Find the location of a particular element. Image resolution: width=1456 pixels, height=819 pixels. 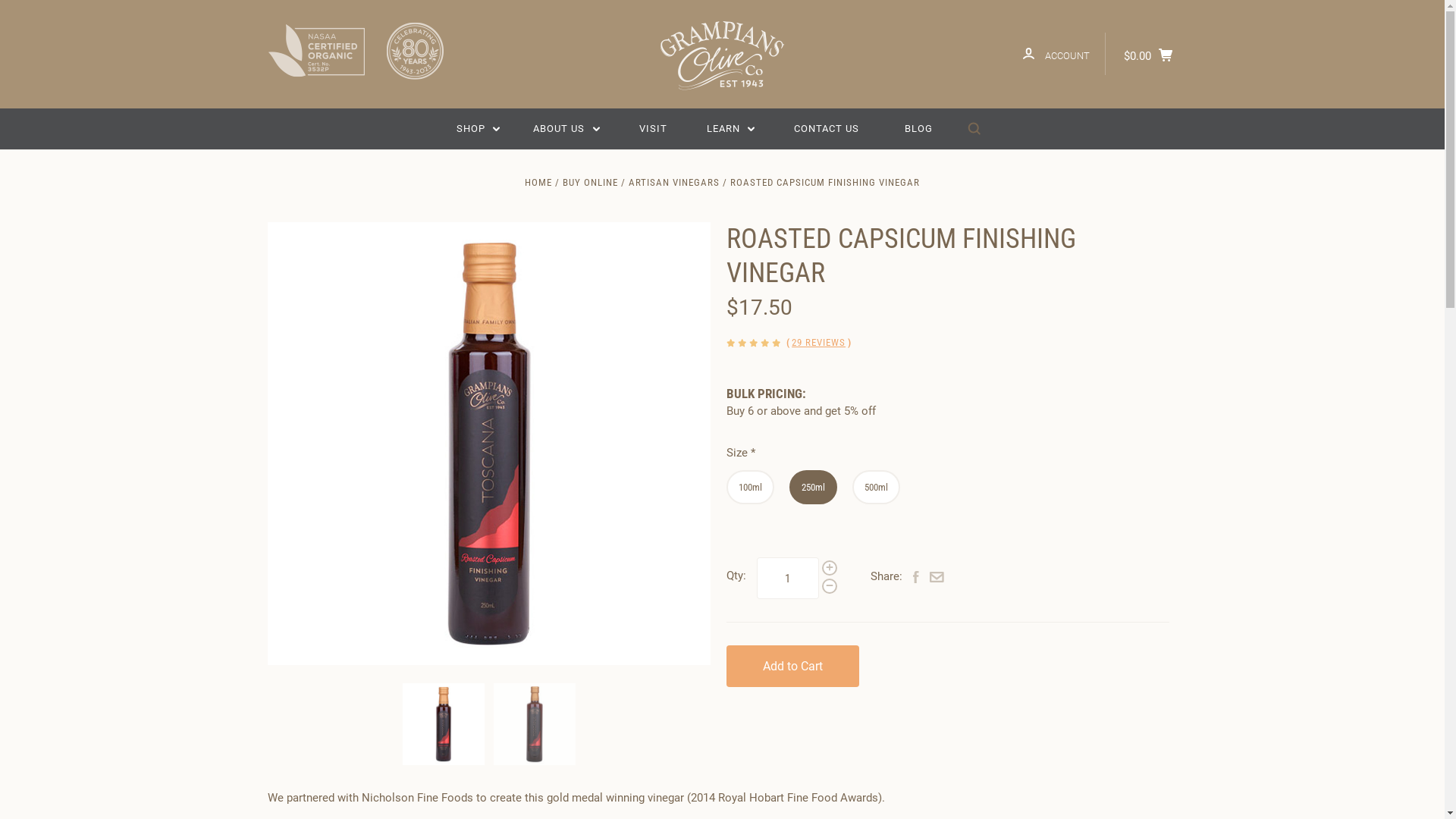

'search_icon' is located at coordinates (974, 128).